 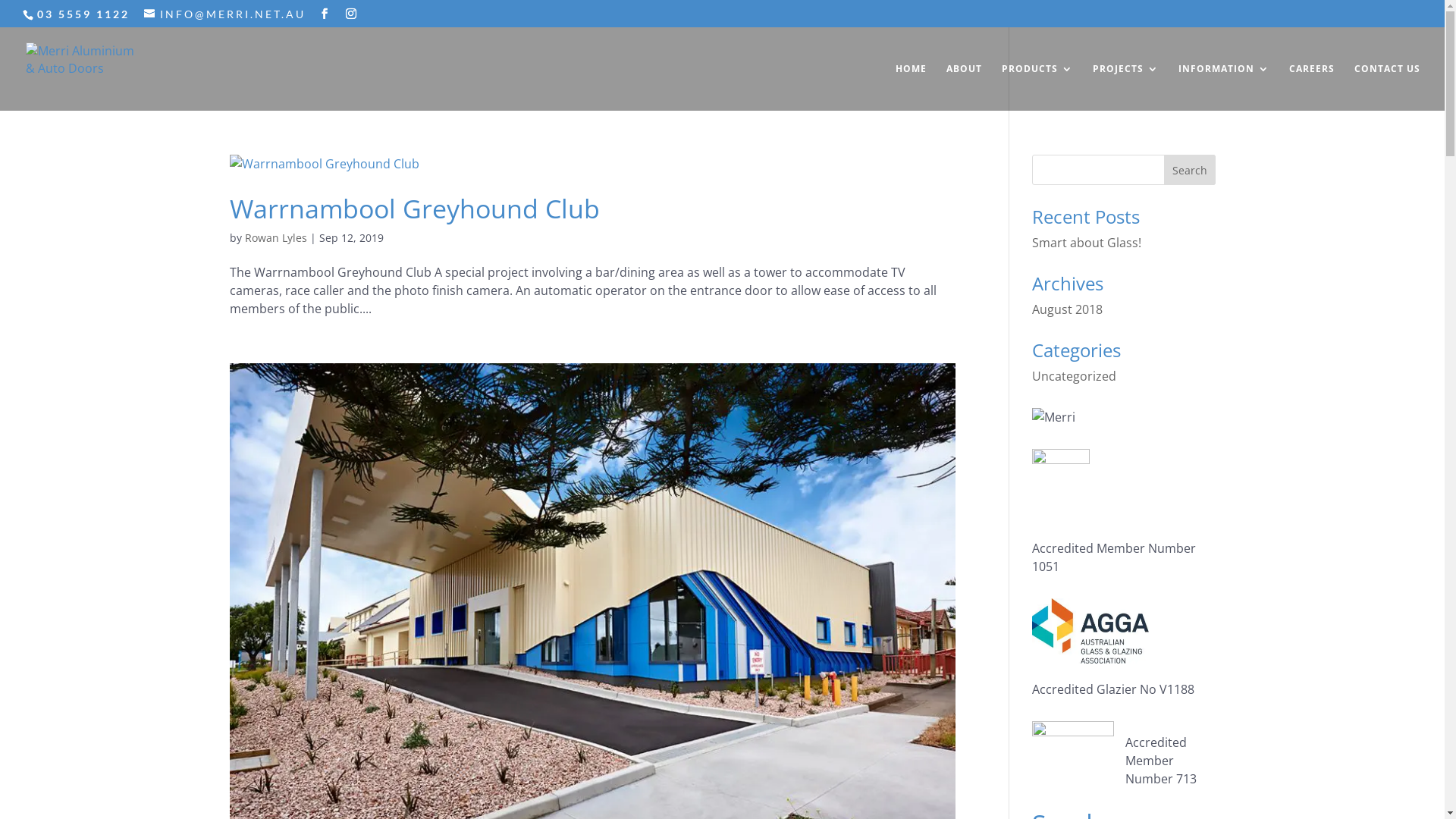 What do you see at coordinates (224, 14) in the screenshot?
I see `'INFO@MERRI.NET.AU'` at bounding box center [224, 14].